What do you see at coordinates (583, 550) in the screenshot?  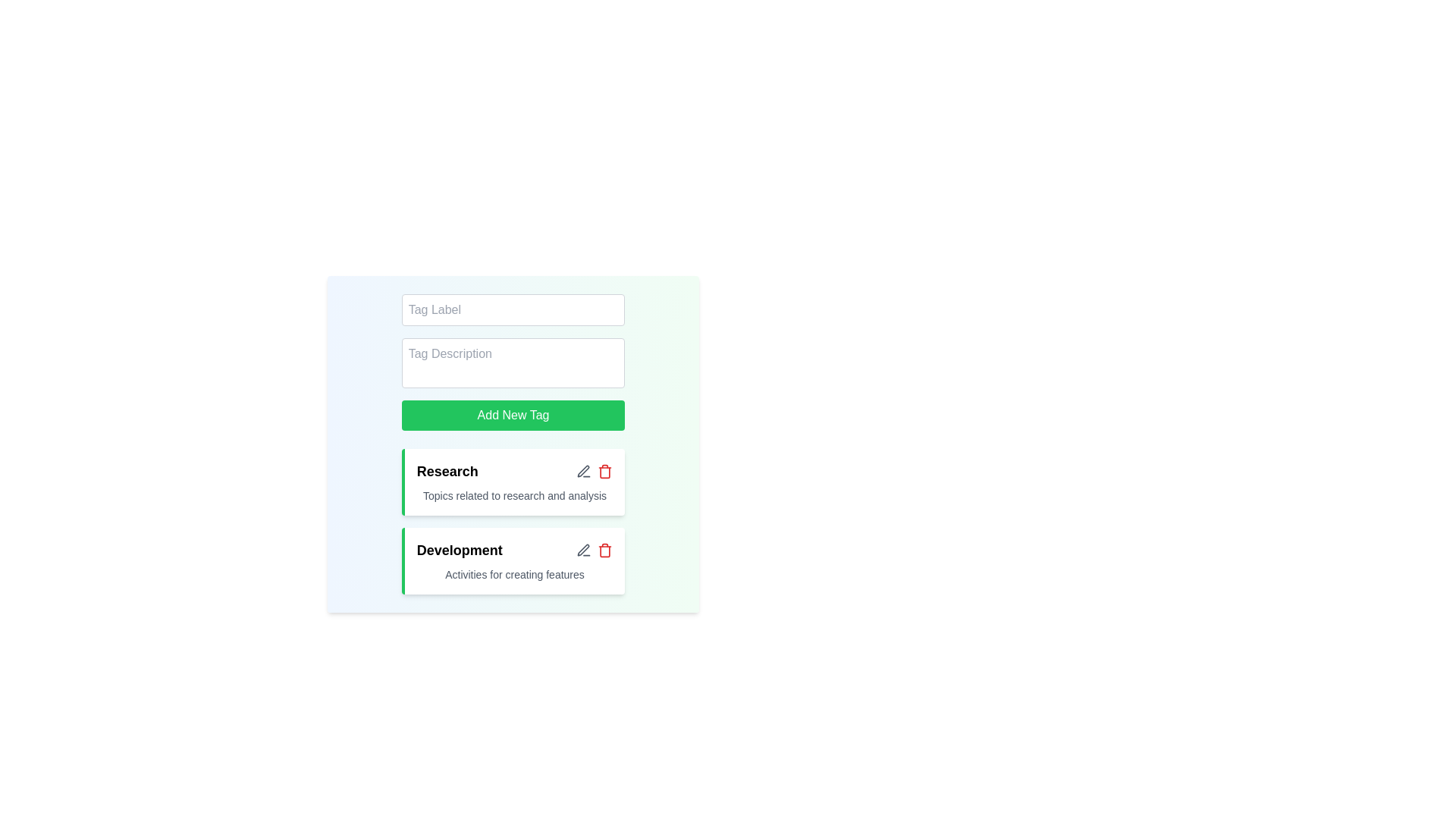 I see `the pen-shaped icon button located at the top-right corner of the 'Development' card to initiate the edit action` at bounding box center [583, 550].